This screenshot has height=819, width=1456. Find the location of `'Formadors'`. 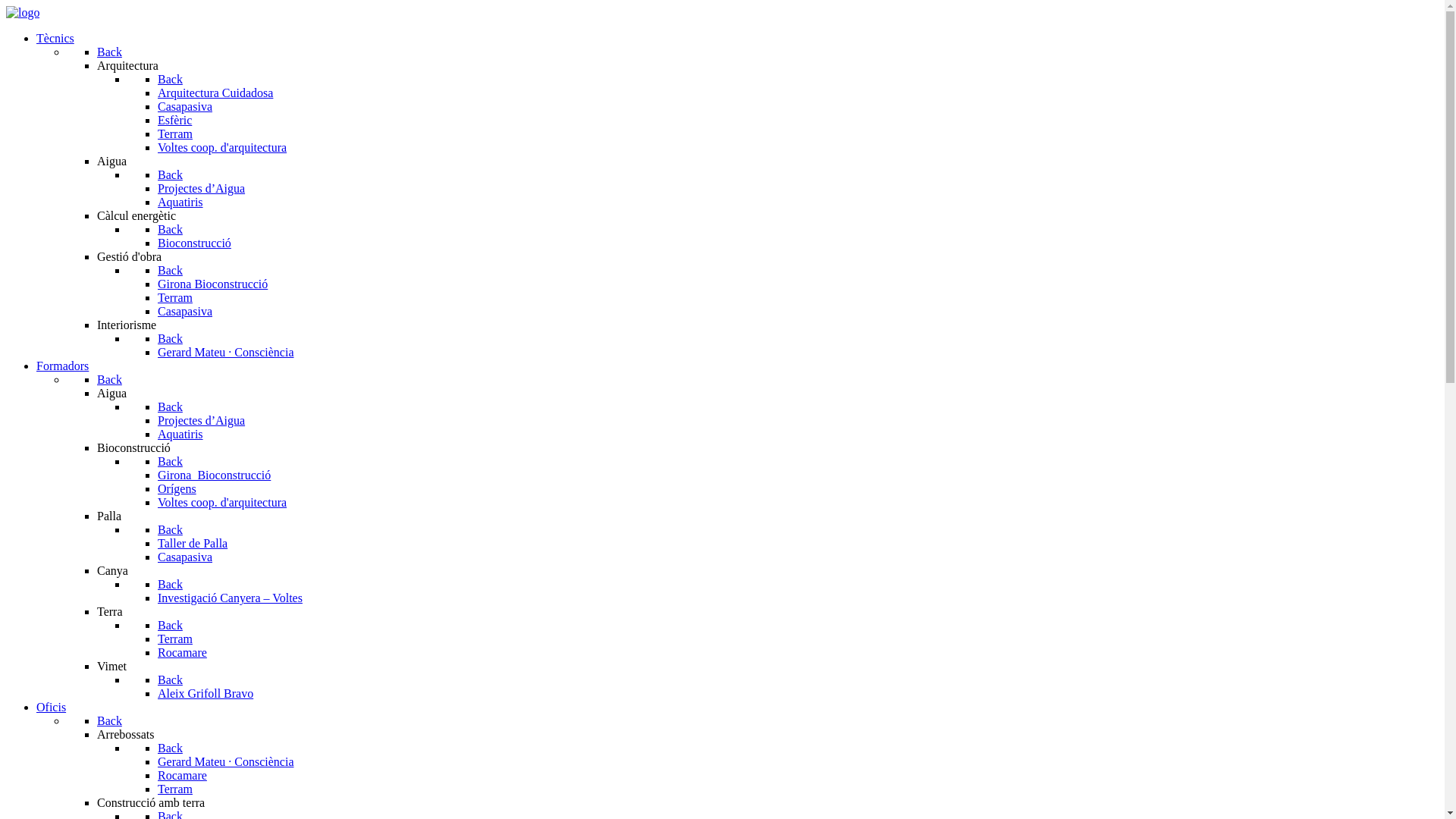

'Formadors' is located at coordinates (61, 366).